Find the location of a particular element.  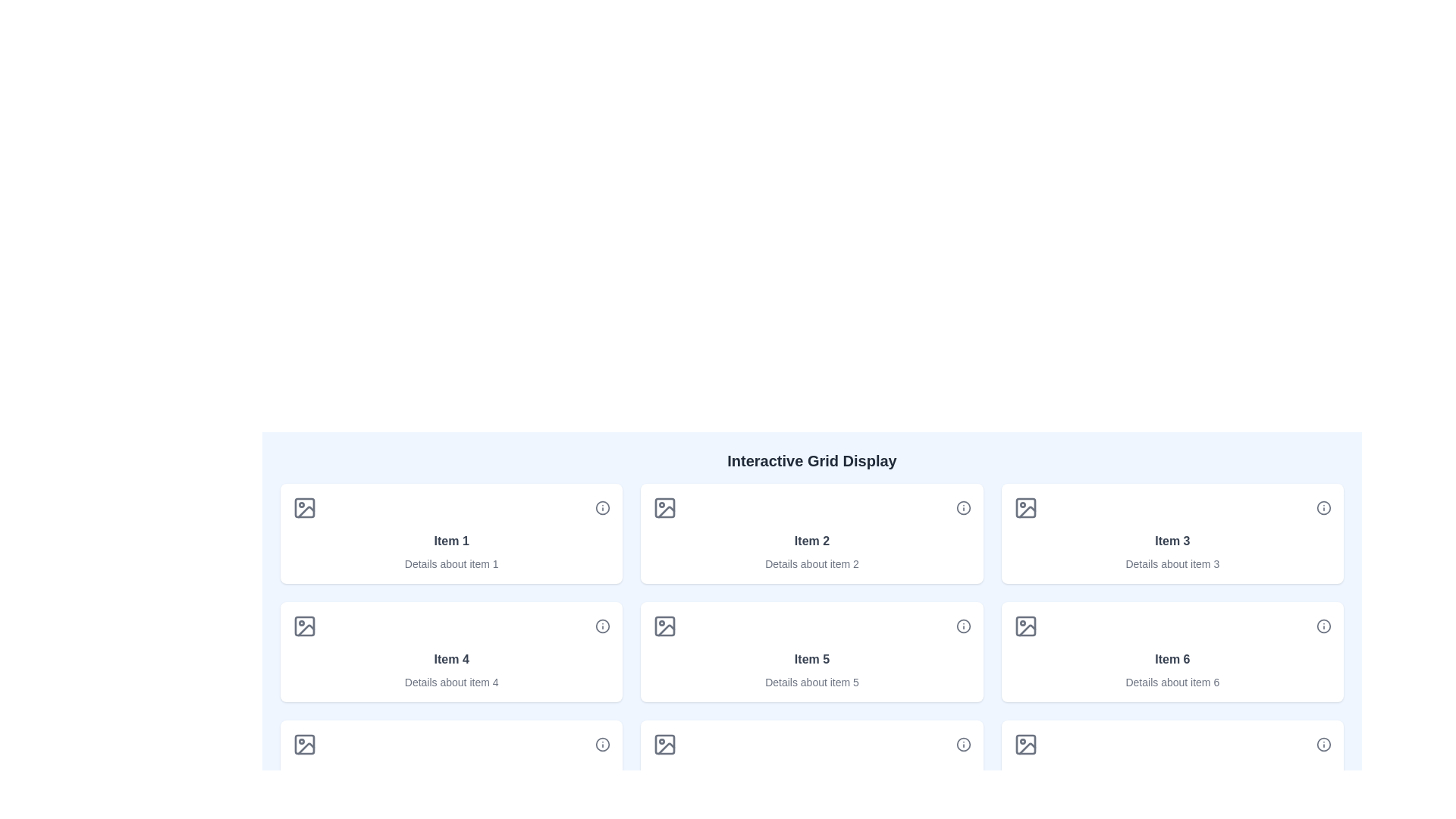

the informational card displaying 'Item 5' with details about item 5, located in the second row, third column of the grid layout is located at coordinates (811, 669).